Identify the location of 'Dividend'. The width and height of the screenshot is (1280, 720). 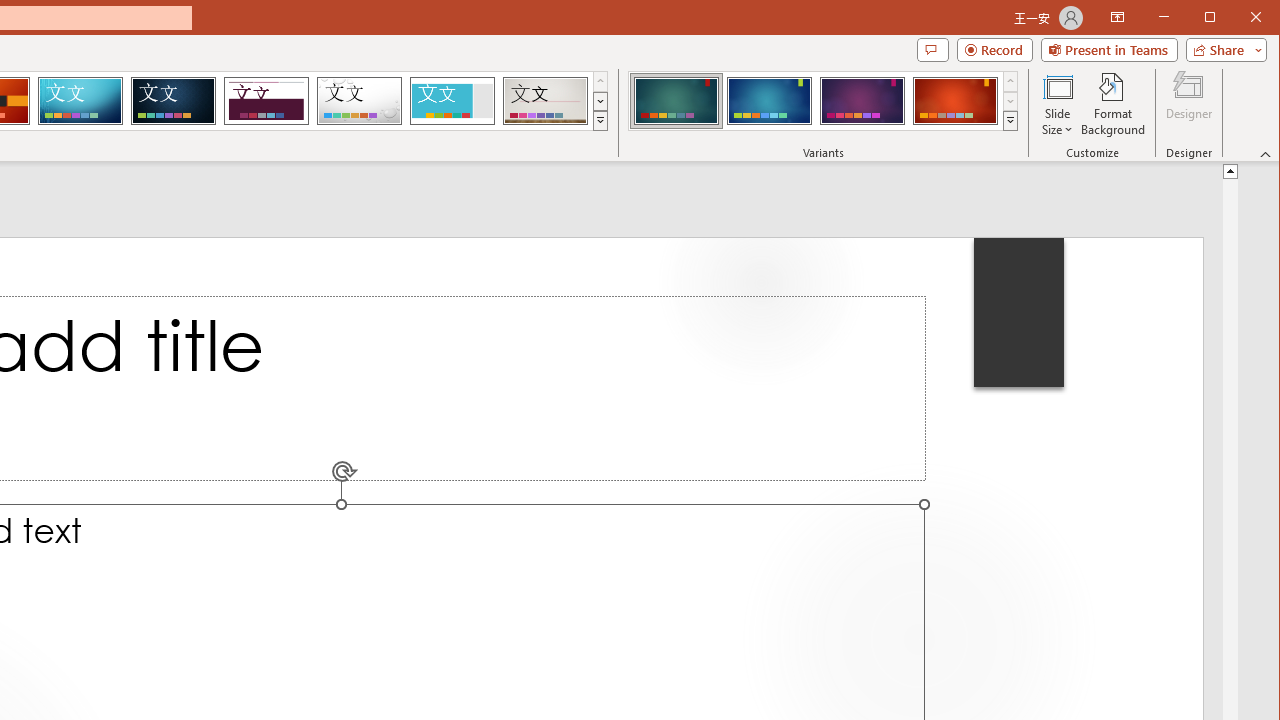
(265, 100).